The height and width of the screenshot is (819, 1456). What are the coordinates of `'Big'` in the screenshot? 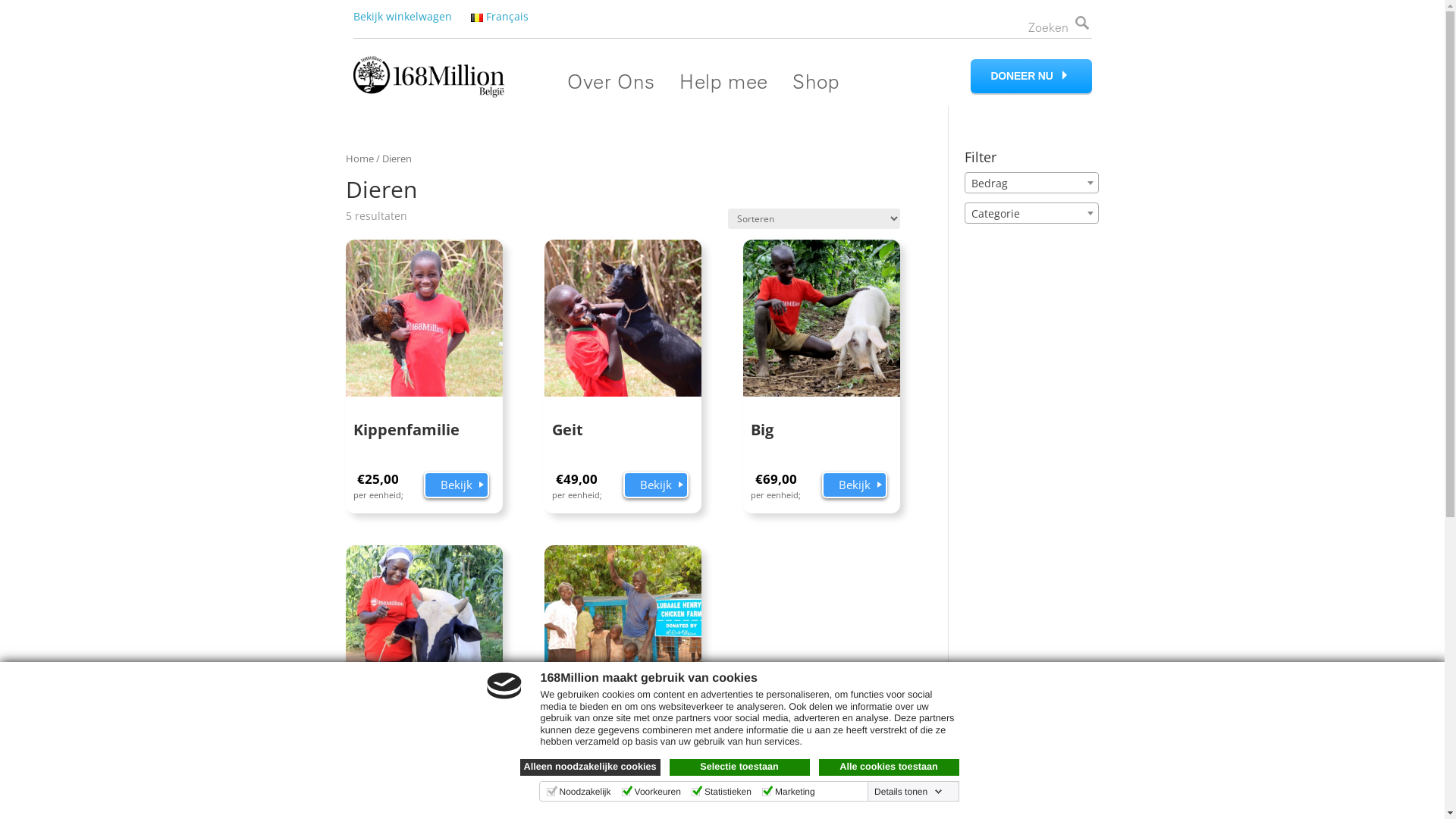 It's located at (821, 348).